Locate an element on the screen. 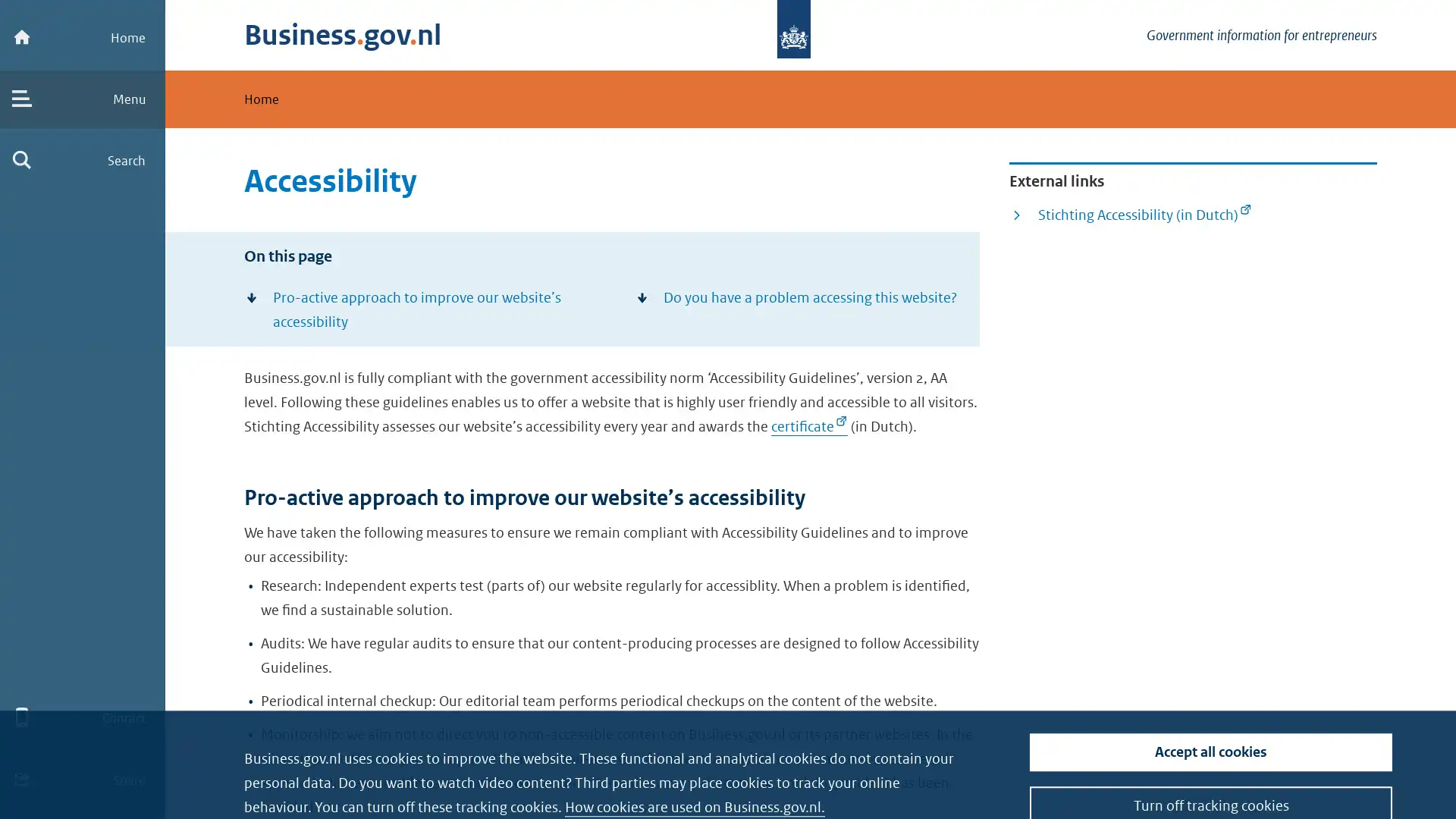 This screenshot has height=819, width=1456. Turn off tracking cookies is located at coordinates (1210, 769).